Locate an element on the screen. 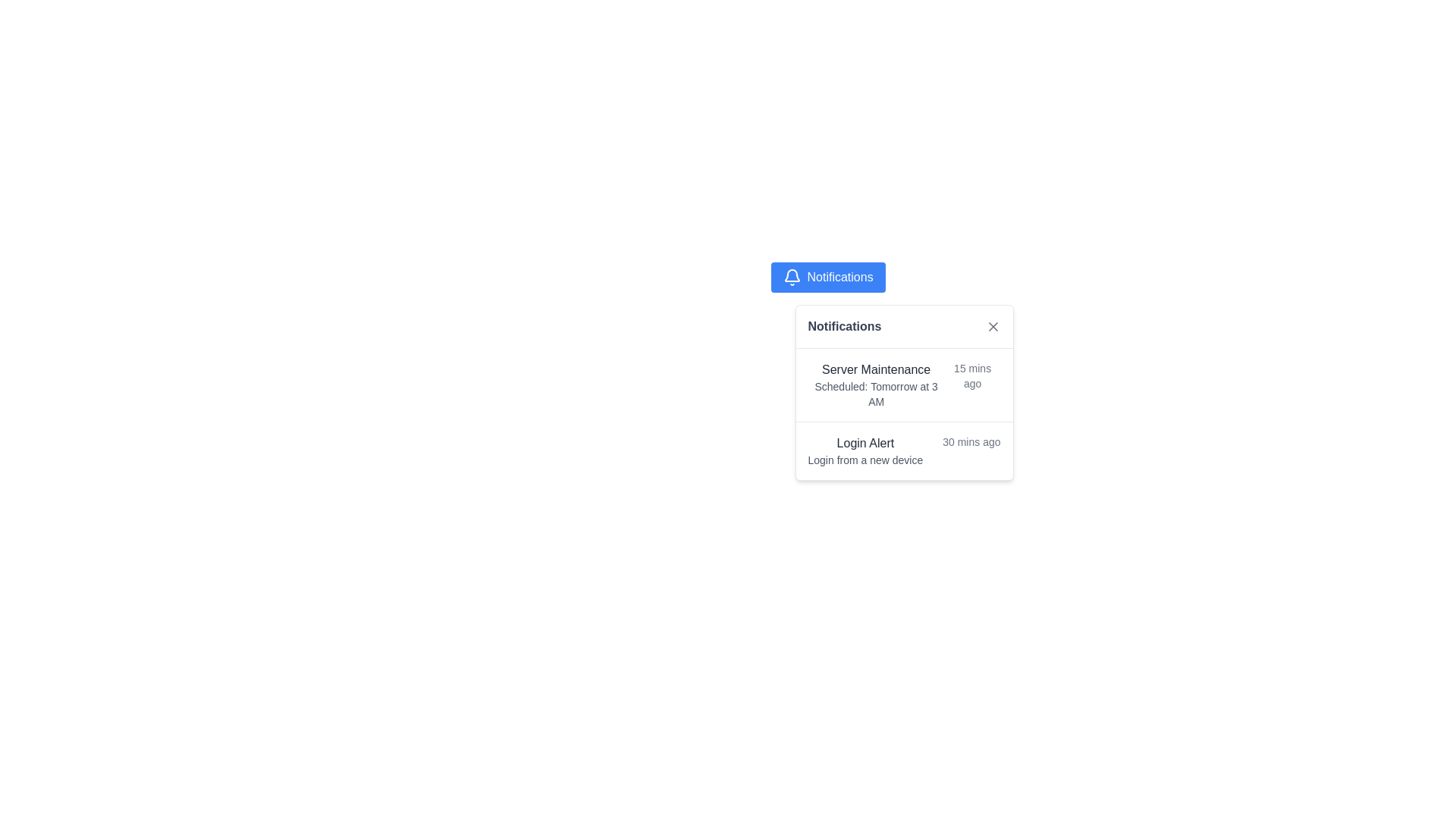 Image resolution: width=1456 pixels, height=819 pixels. information displayed in the 'Server Maintenance' notification, which is the first entry in the 'Notifications' list and indicates the event is scheduled for 'Tomorrow at 3 AM.' is located at coordinates (876, 384).